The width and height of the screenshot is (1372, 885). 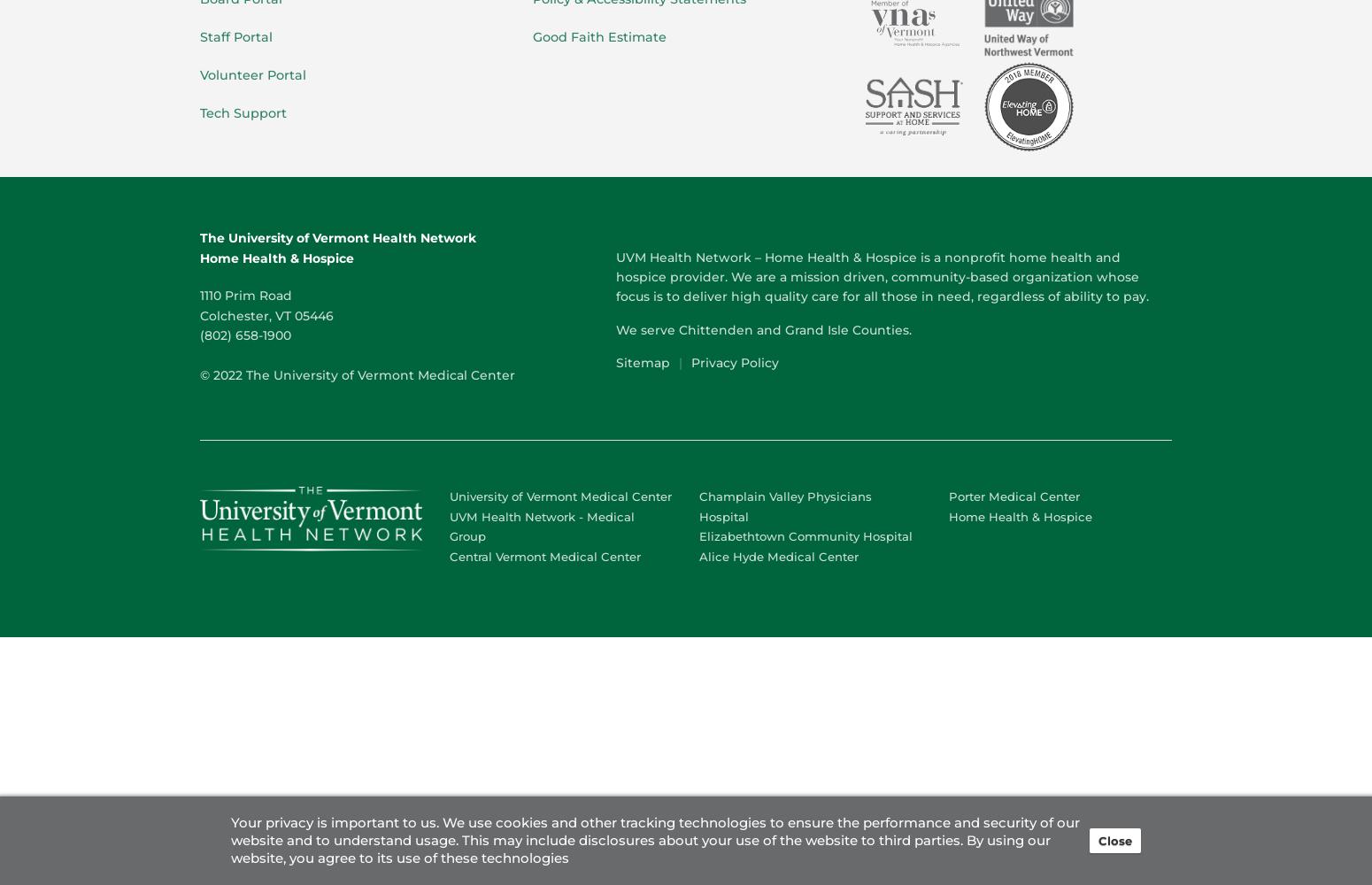 I want to click on 'Close', so click(x=1114, y=840).